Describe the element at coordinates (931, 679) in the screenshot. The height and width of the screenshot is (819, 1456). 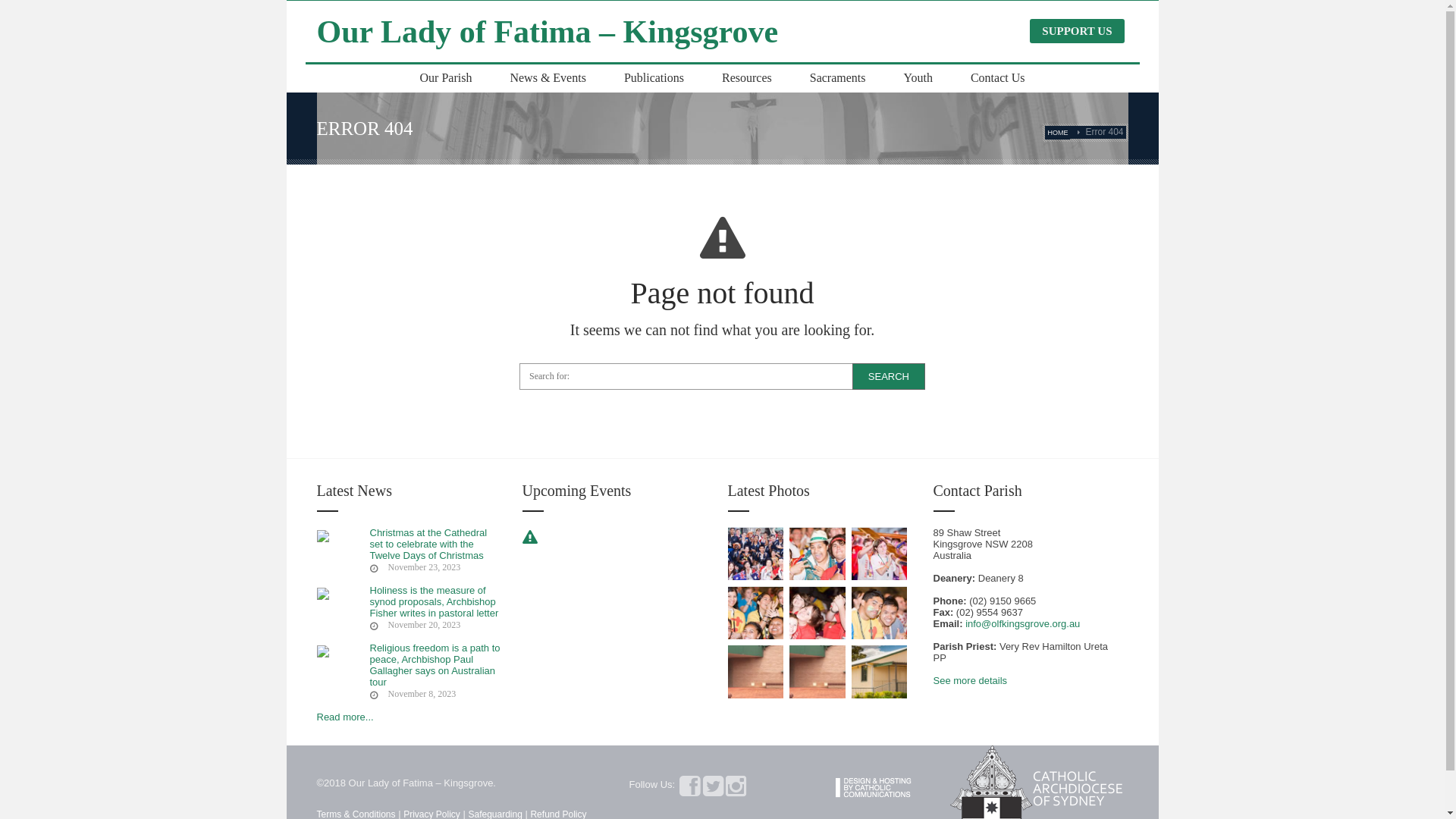
I see `'See more details'` at that location.